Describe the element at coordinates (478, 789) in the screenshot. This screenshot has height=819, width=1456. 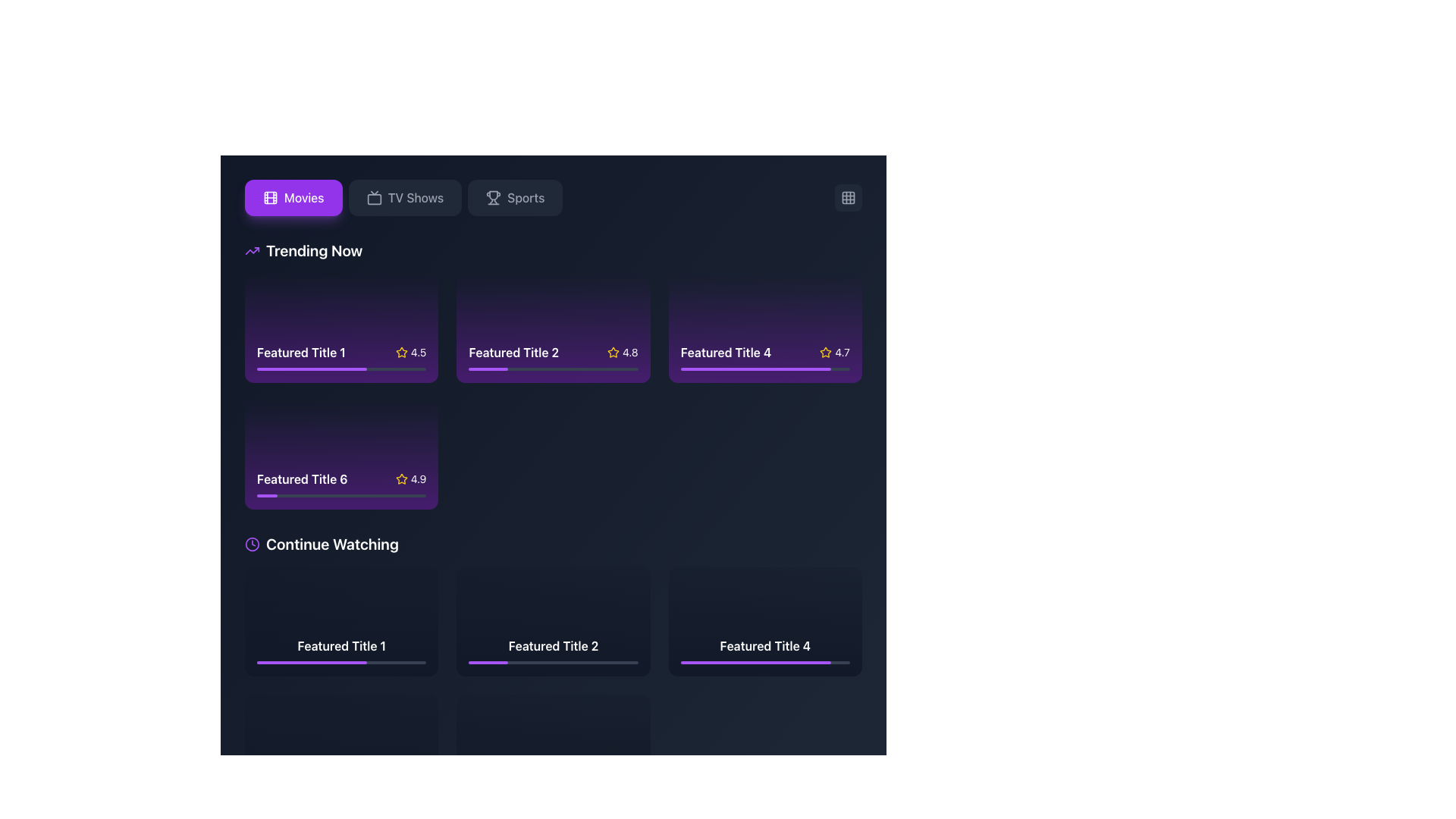
I see `the purple-filled segment of the progress bar located under the 'Continue Watching' section, beneath 'Featured Title 1', to possibly display additional information` at that location.